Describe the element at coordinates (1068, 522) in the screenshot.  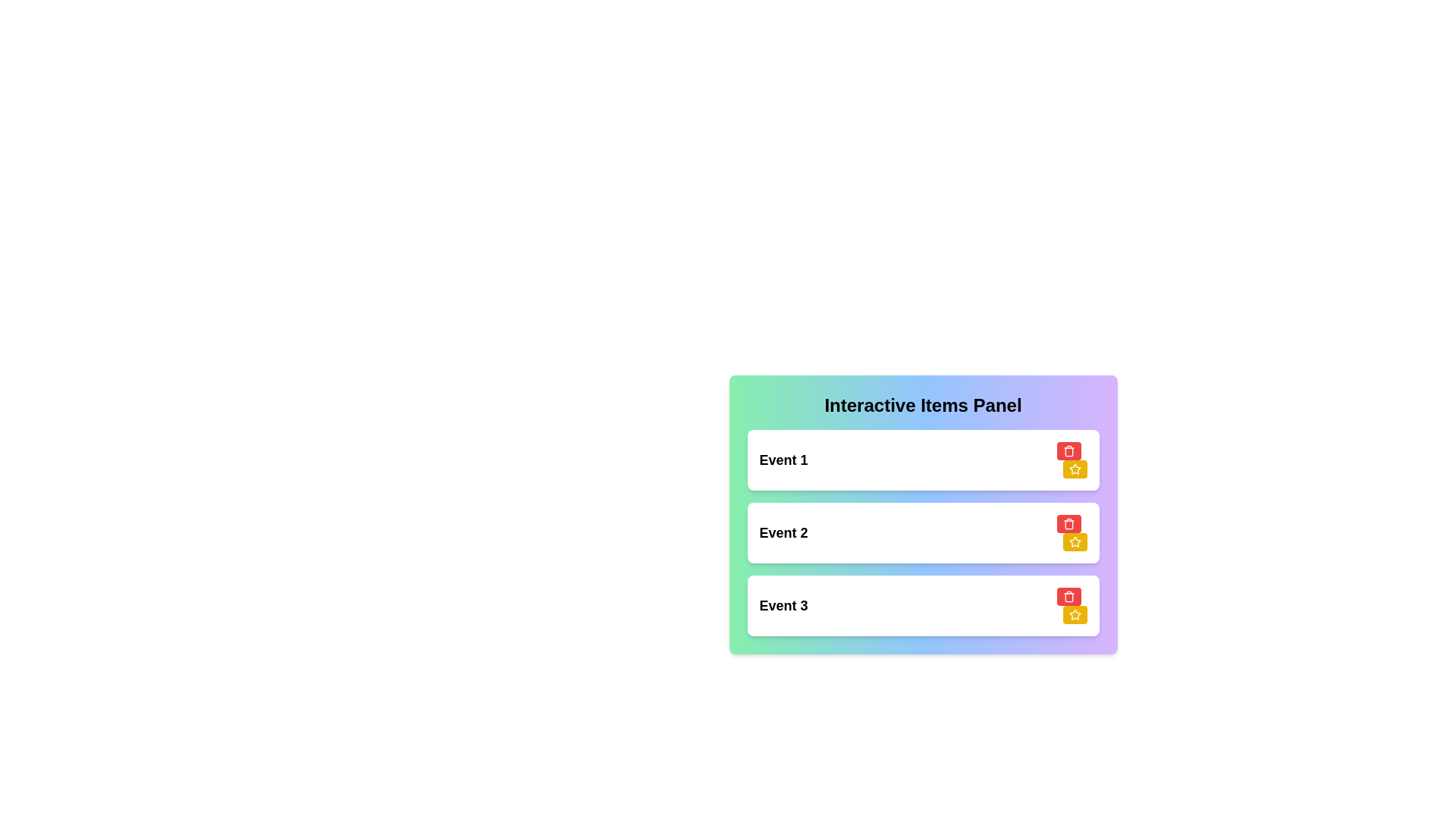
I see `the trash can icon embedded in the button` at that location.